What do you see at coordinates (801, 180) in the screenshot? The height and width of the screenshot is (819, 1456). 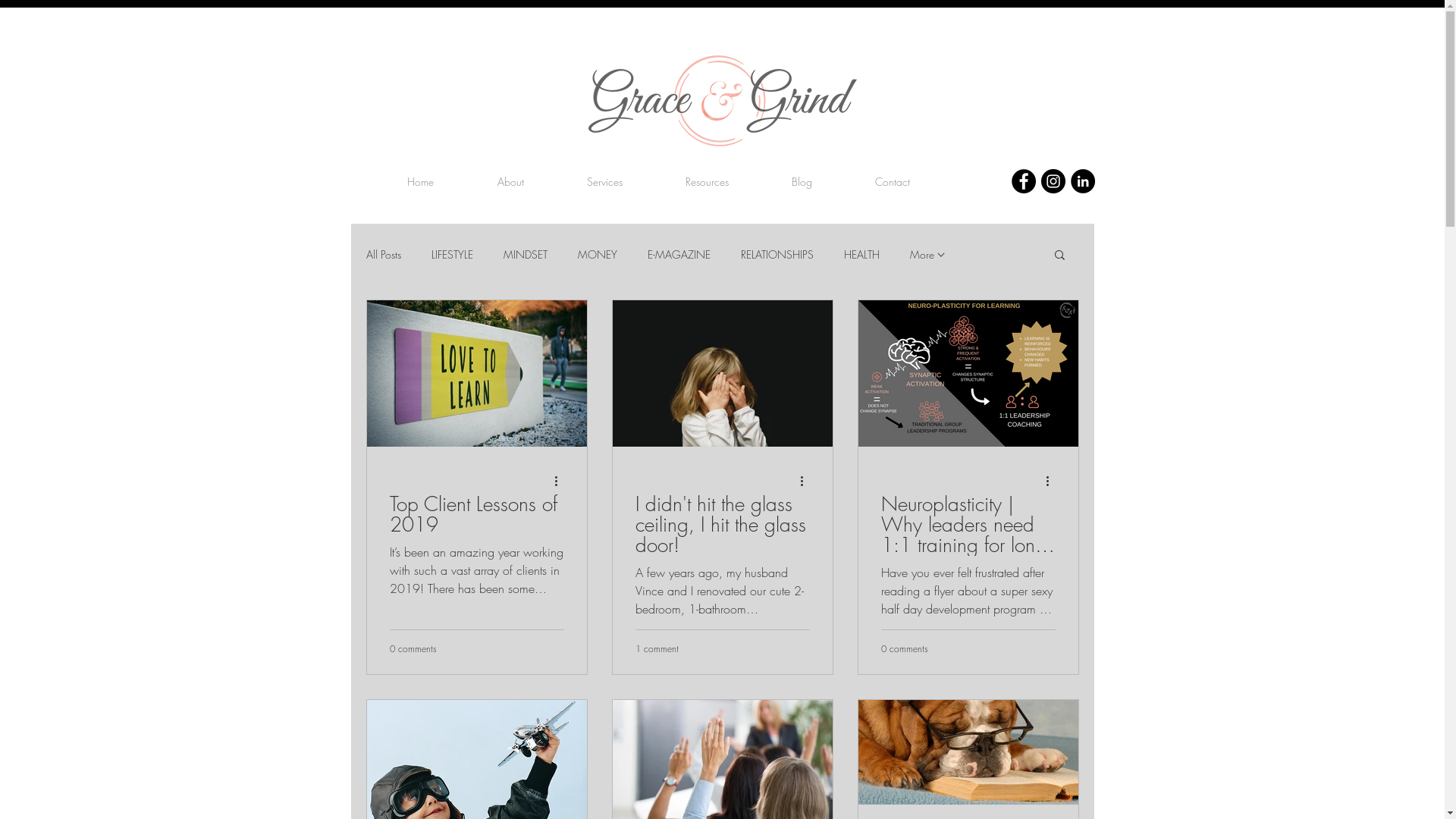 I see `'Blog'` at bounding box center [801, 180].